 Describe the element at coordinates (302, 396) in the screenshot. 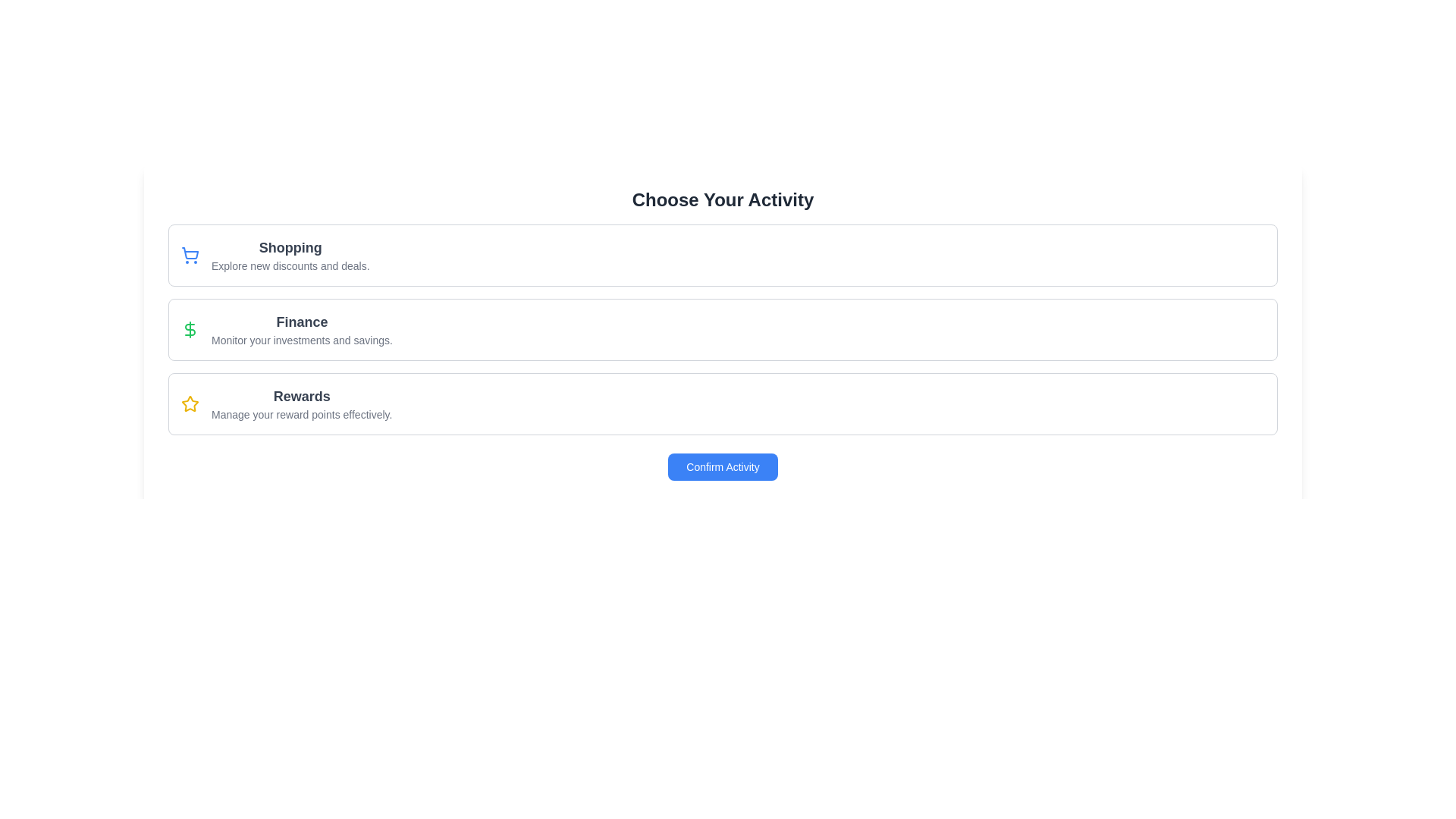

I see `the 'Rewards' text label, which serves as a header for the rewards section, located in the third box of a vertically stacked group of sections` at that location.